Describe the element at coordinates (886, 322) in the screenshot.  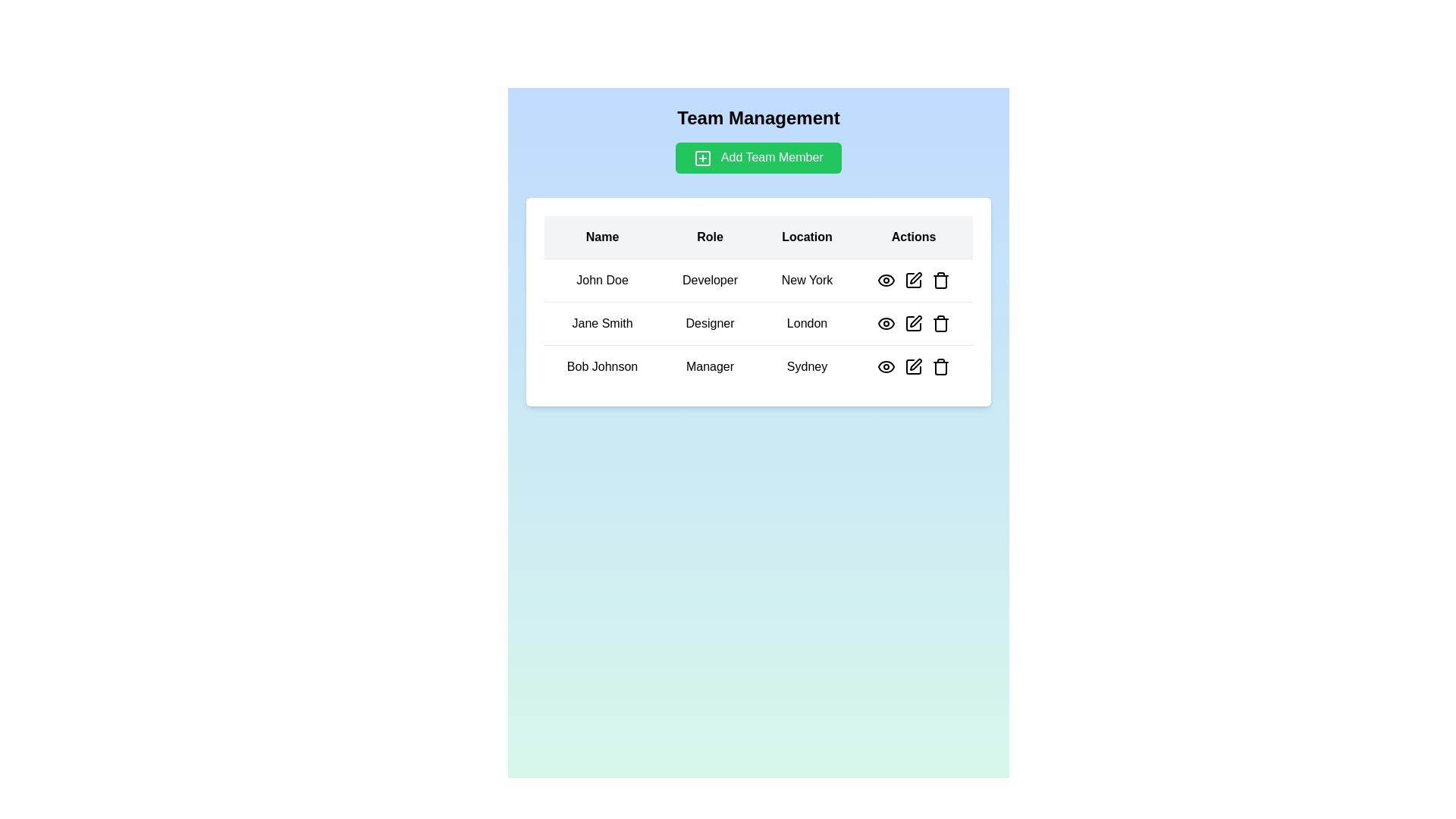
I see `the leftmost action icon button in the second row of the table under the 'Actions' column` at that location.